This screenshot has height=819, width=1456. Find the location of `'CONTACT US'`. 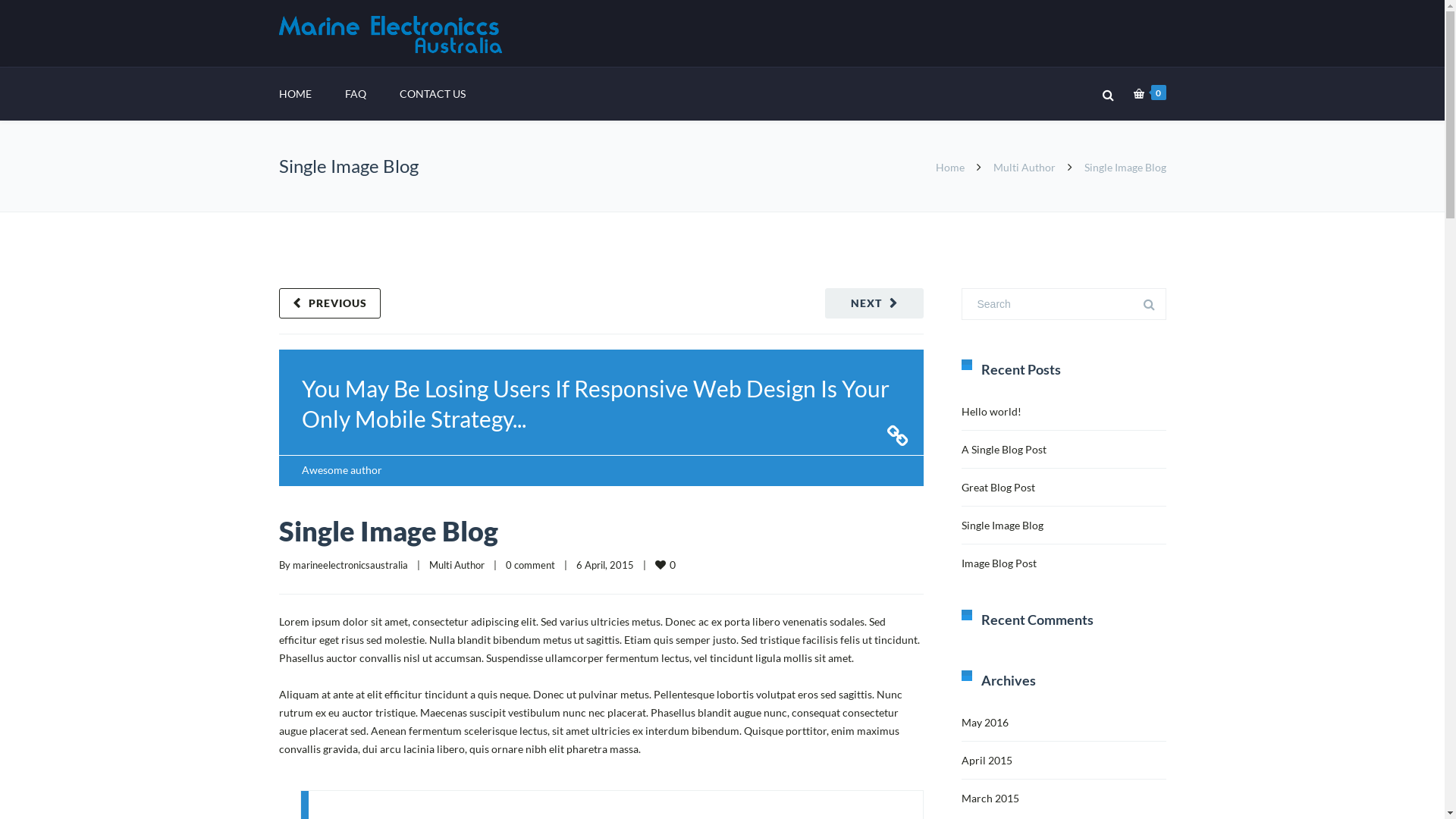

'CONTACT US' is located at coordinates (431, 93).